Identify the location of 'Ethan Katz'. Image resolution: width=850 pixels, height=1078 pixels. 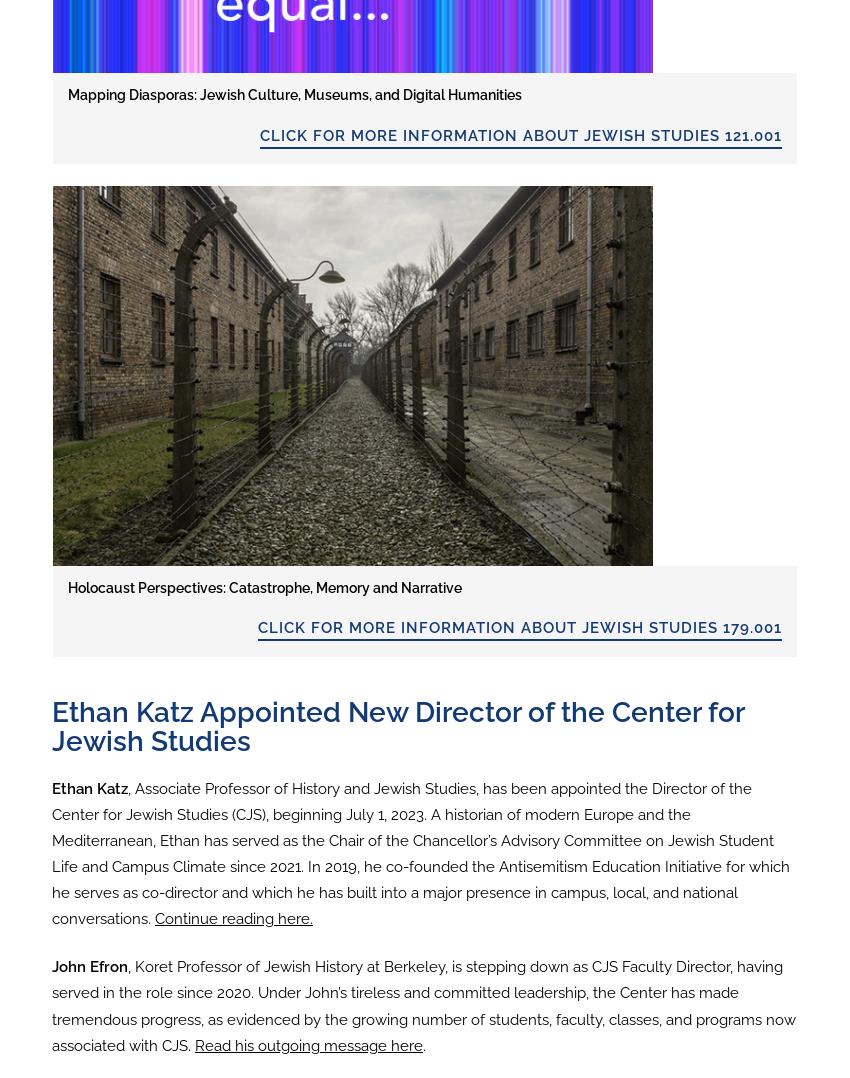
(89, 787).